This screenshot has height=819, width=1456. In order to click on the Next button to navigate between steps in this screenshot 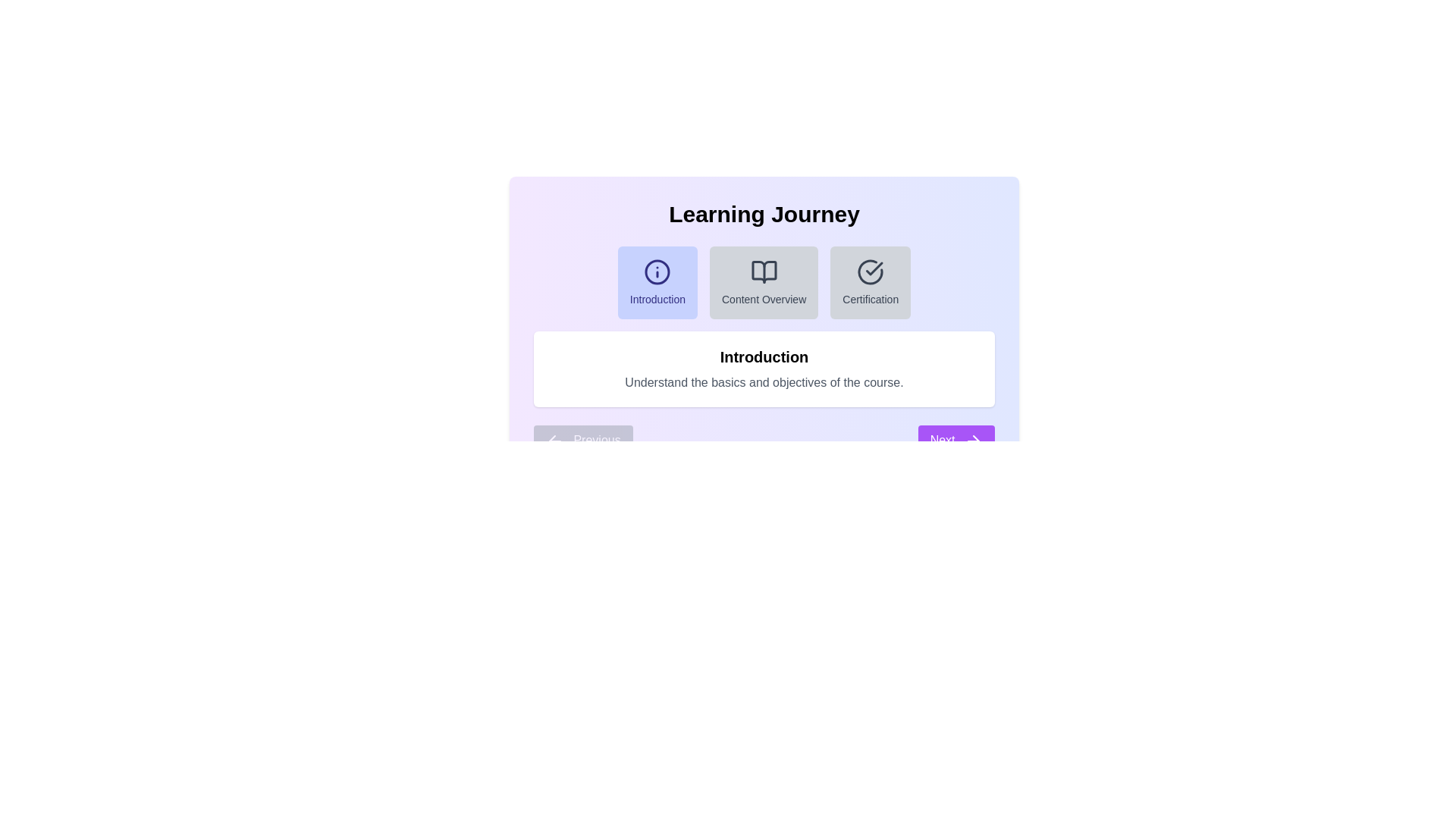, I will do `click(955, 441)`.